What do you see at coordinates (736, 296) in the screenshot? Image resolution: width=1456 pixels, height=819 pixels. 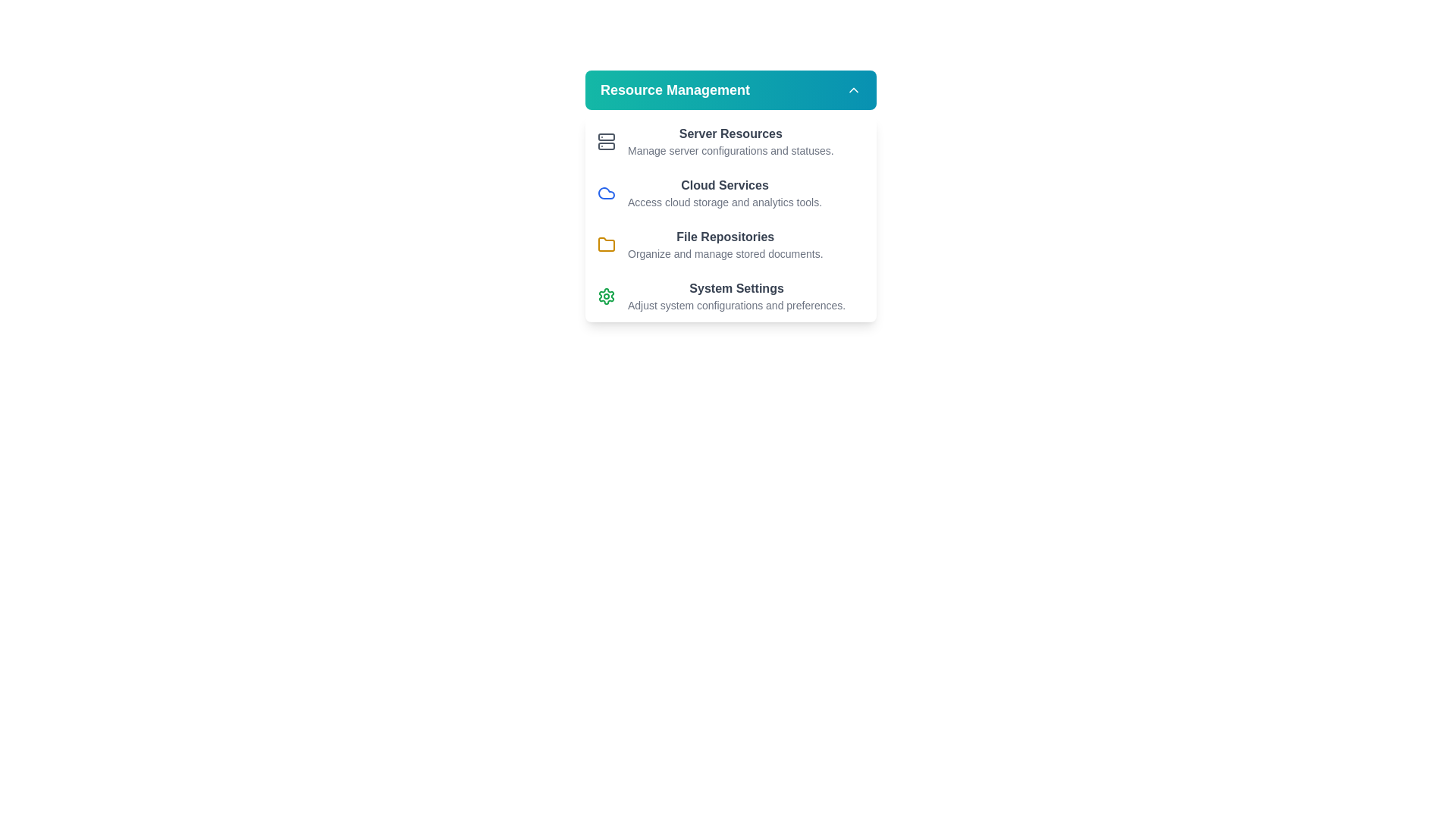 I see `the text-based menu item that signifies access to the system settings interface, located in the 'Resource Management' section as the fourth item in the list, below 'File Repositories'` at bounding box center [736, 296].